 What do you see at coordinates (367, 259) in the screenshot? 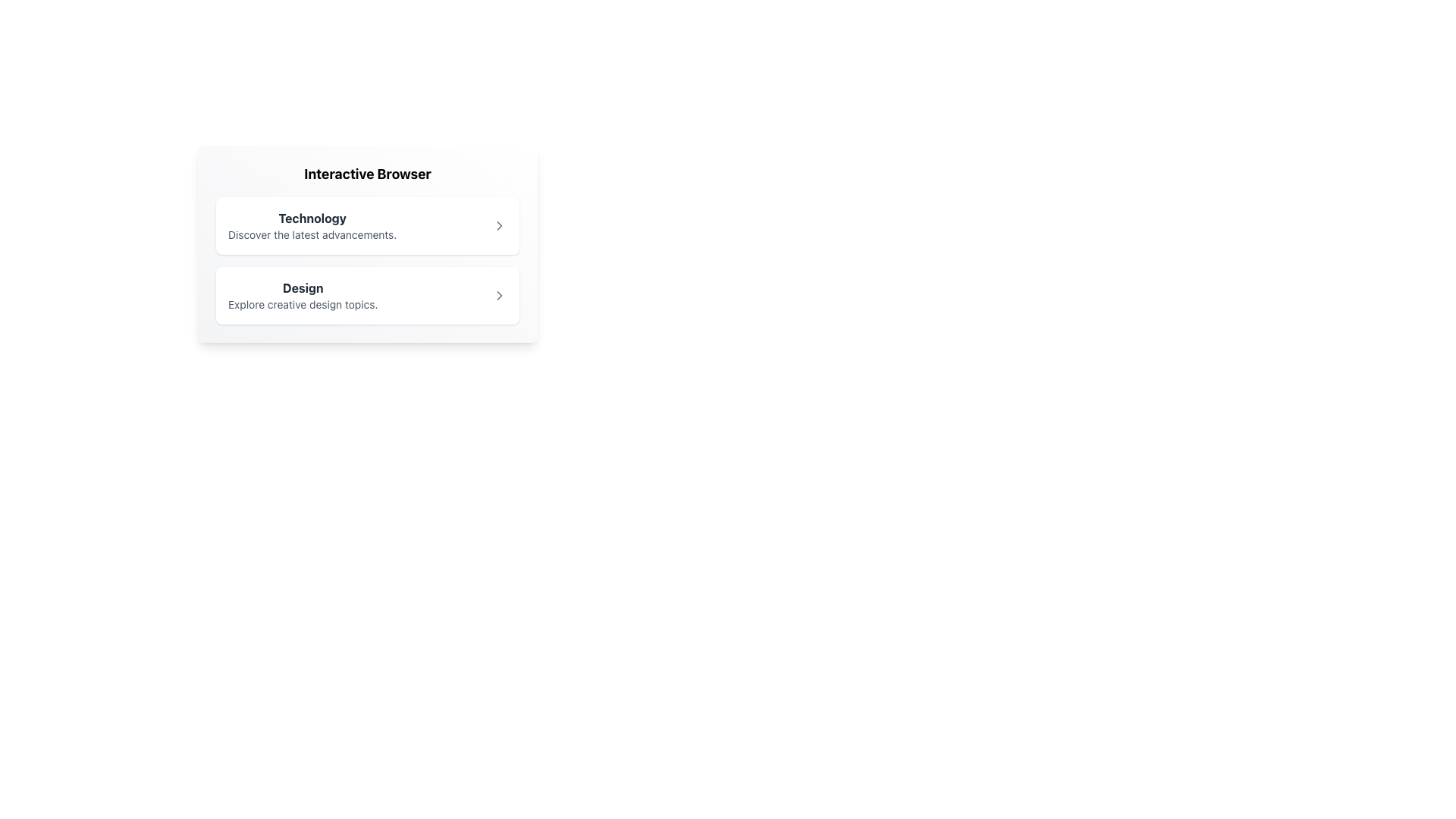
I see `the 'Technology' section of the interactive items styled as cards` at bounding box center [367, 259].